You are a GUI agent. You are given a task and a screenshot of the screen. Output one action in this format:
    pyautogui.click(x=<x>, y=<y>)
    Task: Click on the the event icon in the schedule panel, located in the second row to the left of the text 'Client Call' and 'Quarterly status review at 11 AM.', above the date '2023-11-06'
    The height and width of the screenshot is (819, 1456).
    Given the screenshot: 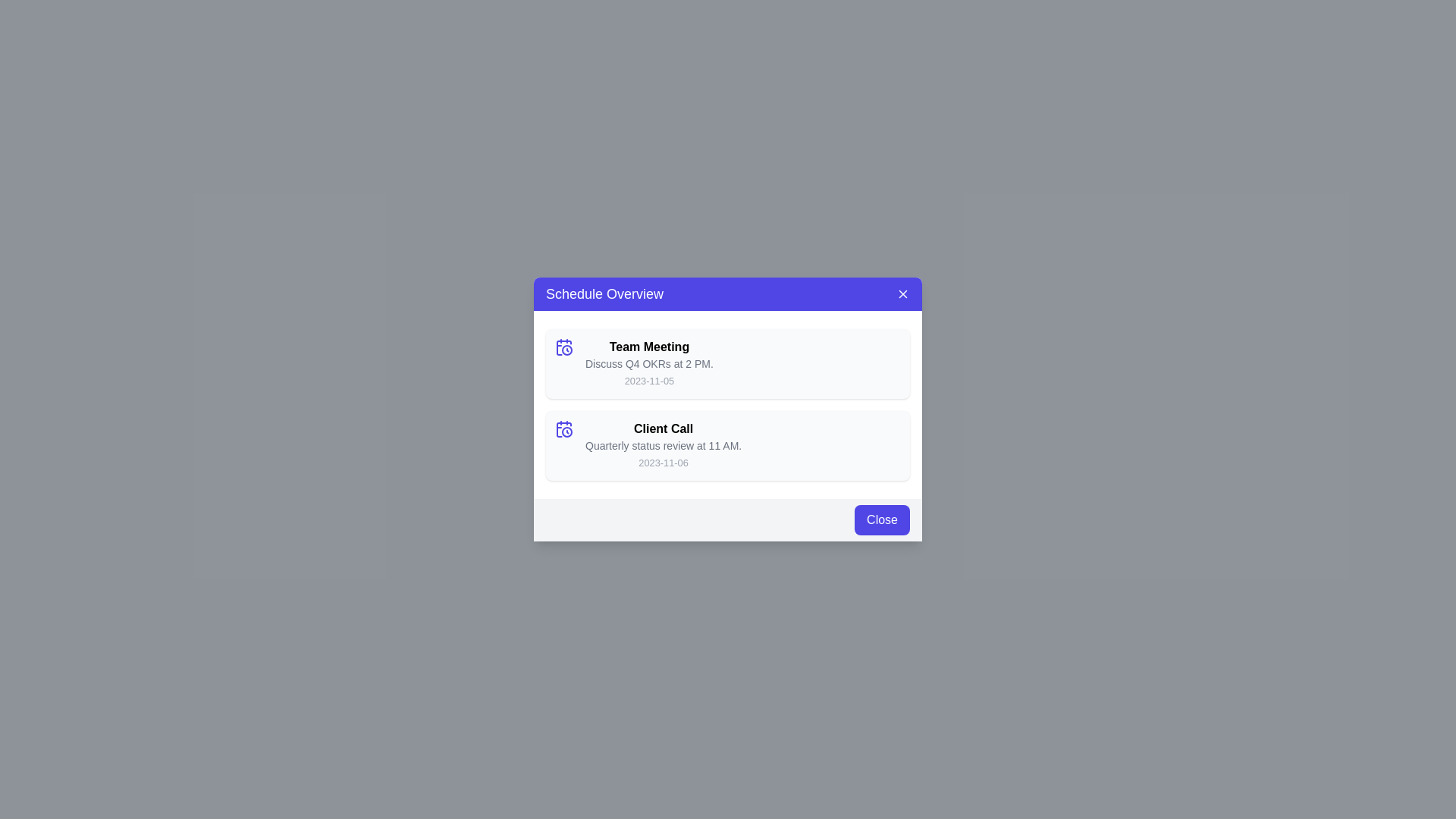 What is the action you would take?
    pyautogui.click(x=563, y=429)
    